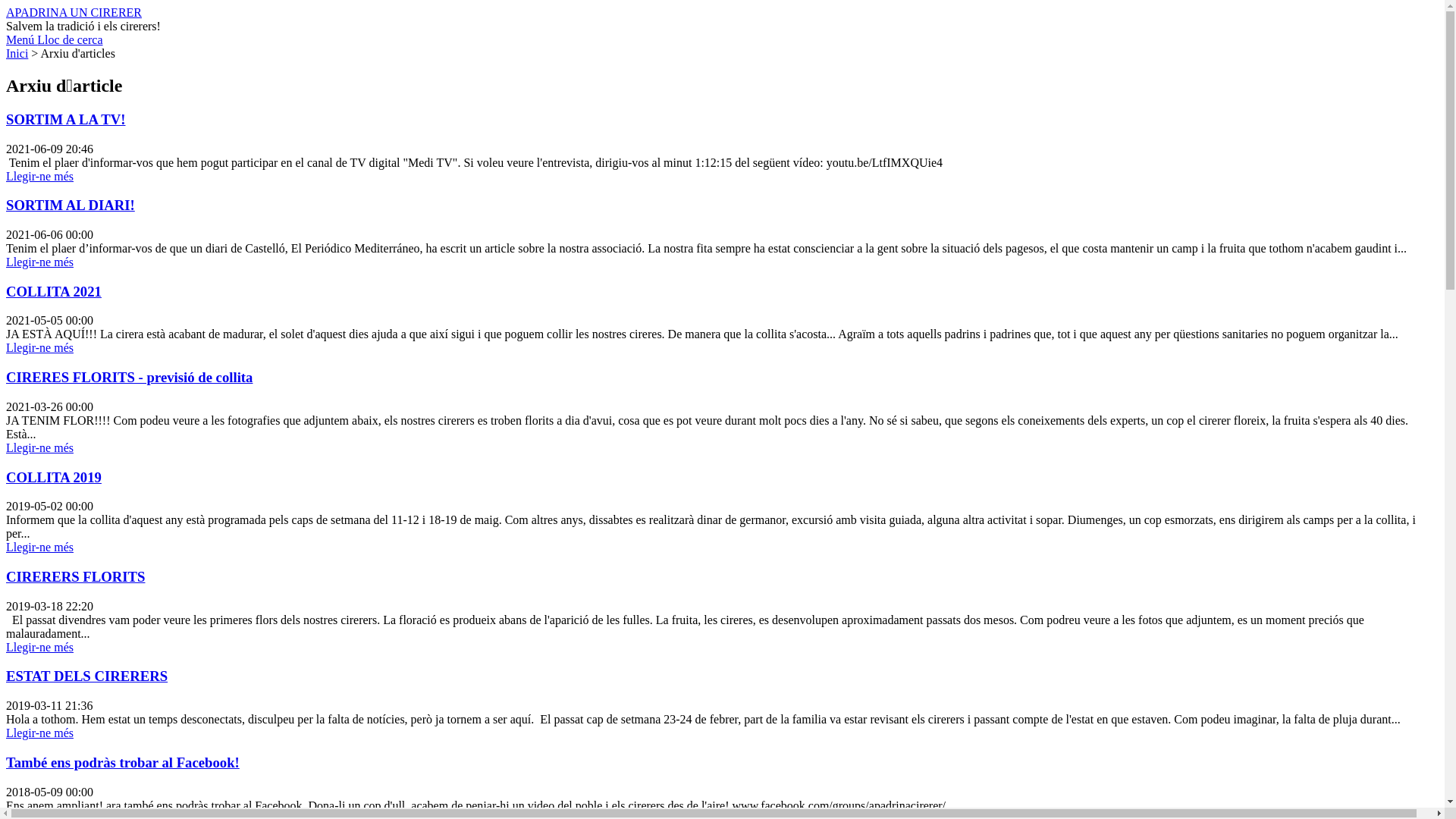 The height and width of the screenshot is (819, 1456). I want to click on 'ESTAT DELS CIRERERS', so click(86, 675).